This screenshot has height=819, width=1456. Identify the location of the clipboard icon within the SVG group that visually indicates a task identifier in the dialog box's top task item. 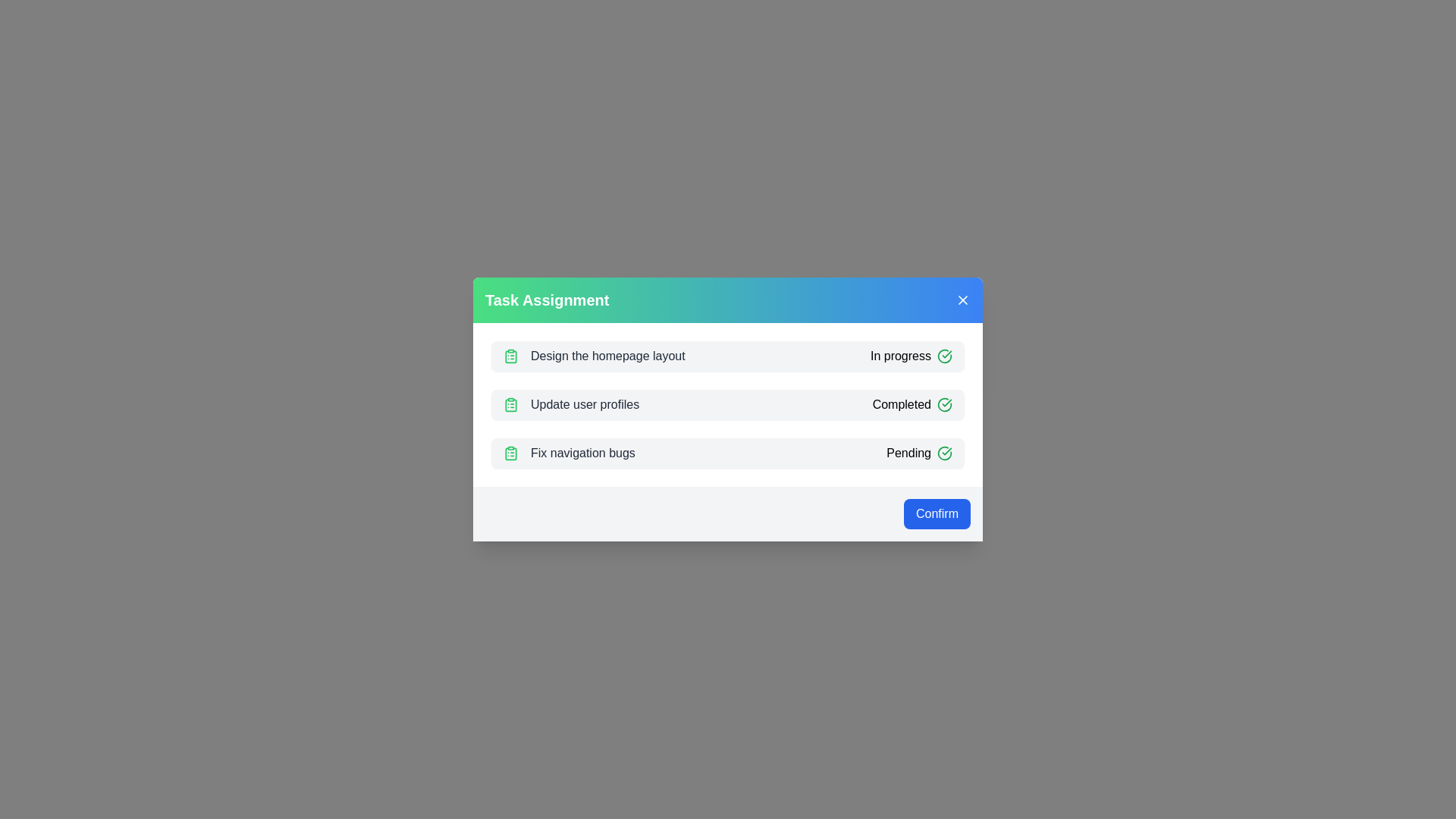
(510, 356).